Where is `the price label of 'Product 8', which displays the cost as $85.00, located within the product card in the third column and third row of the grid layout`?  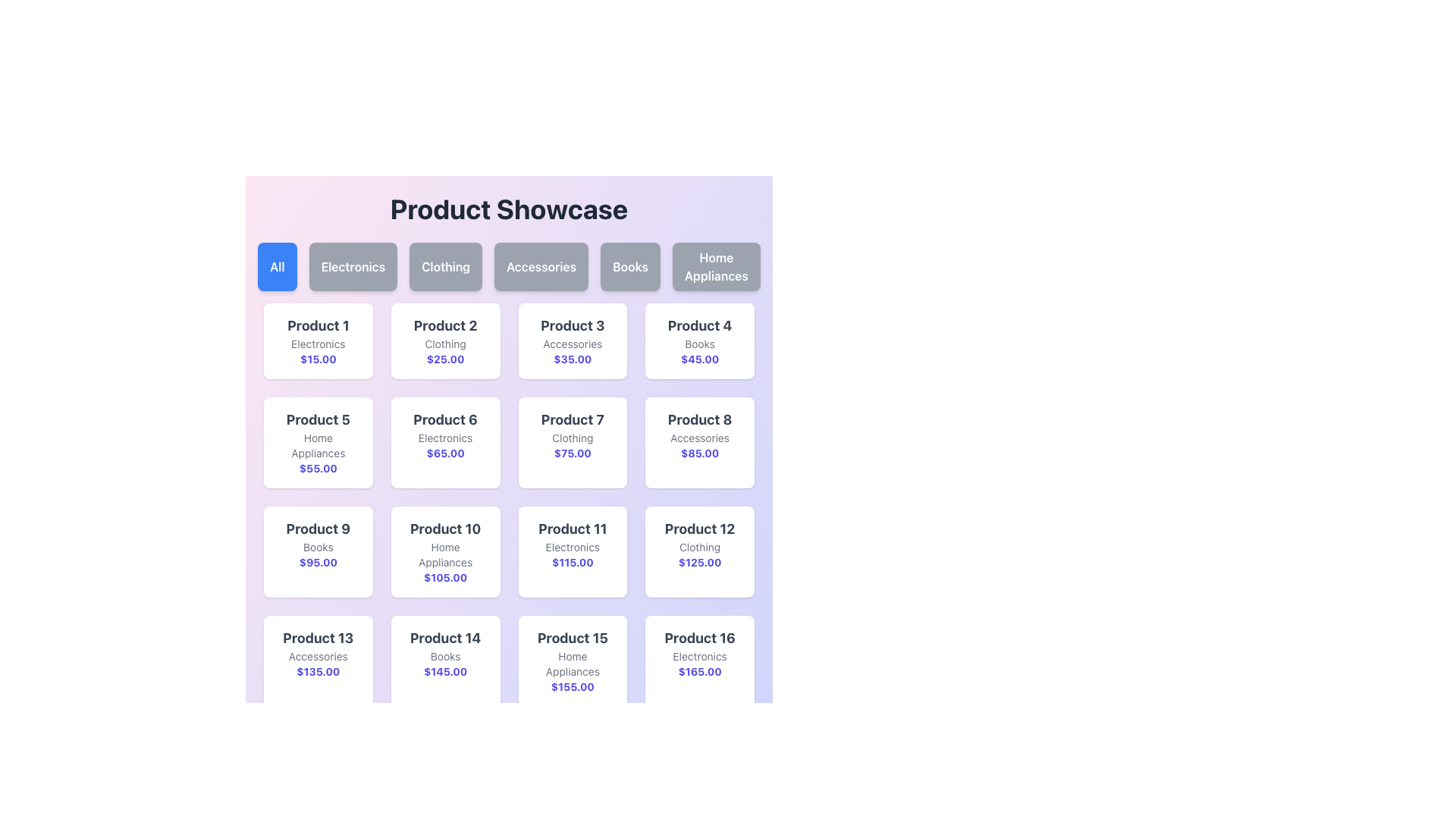
the price label of 'Product 8', which displays the cost as $85.00, located within the product card in the third column and third row of the grid layout is located at coordinates (699, 452).